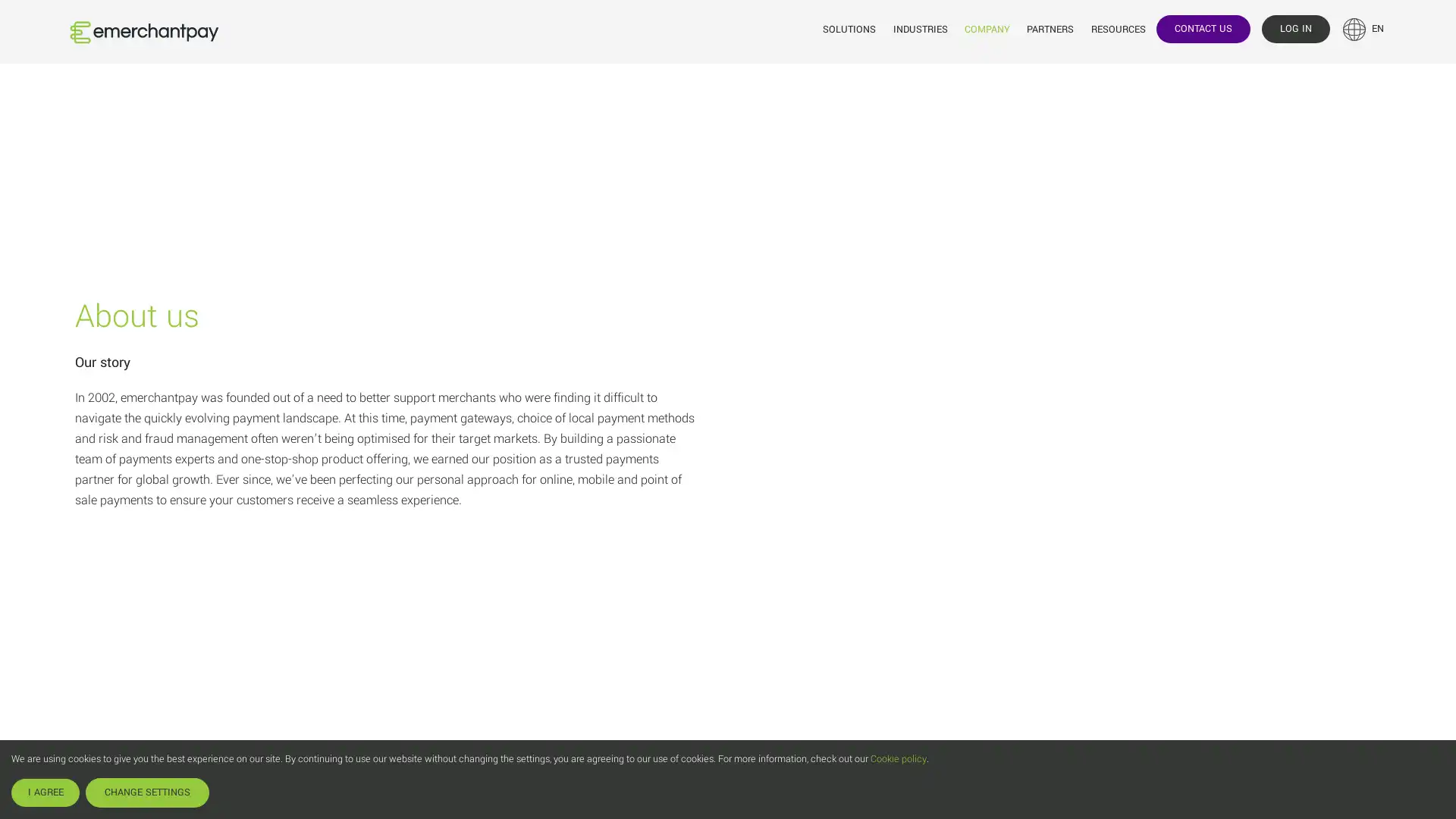  I want to click on LOG IN, so click(1294, 28).